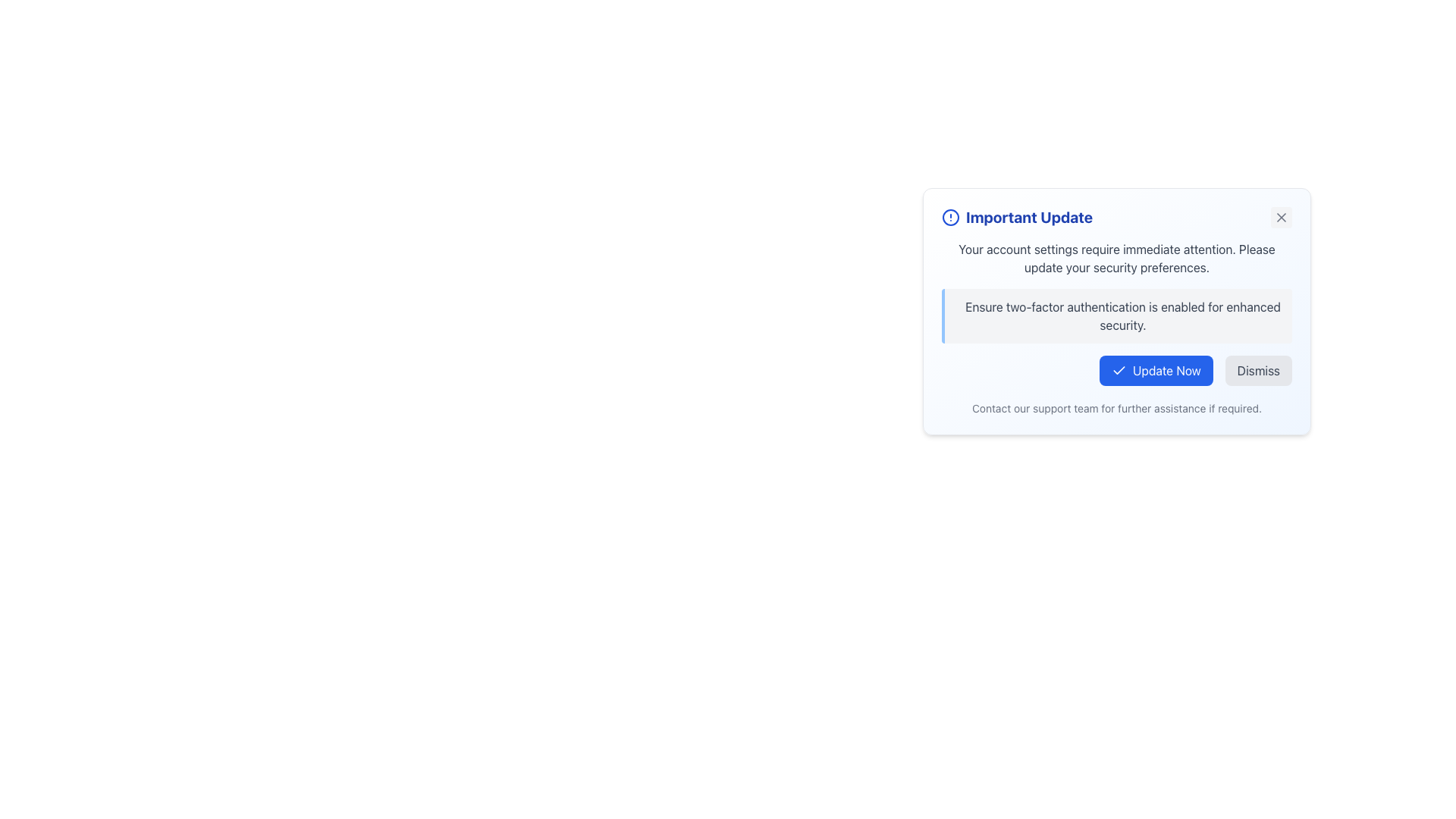 The width and height of the screenshot is (1456, 819). Describe the element at coordinates (1117, 315) in the screenshot. I see `the informational text box prompting users about enabling two-factor authentication, which is located below the title 'Important Update' and above the action buttons 'Update Now' and 'Dismiss'` at that location.